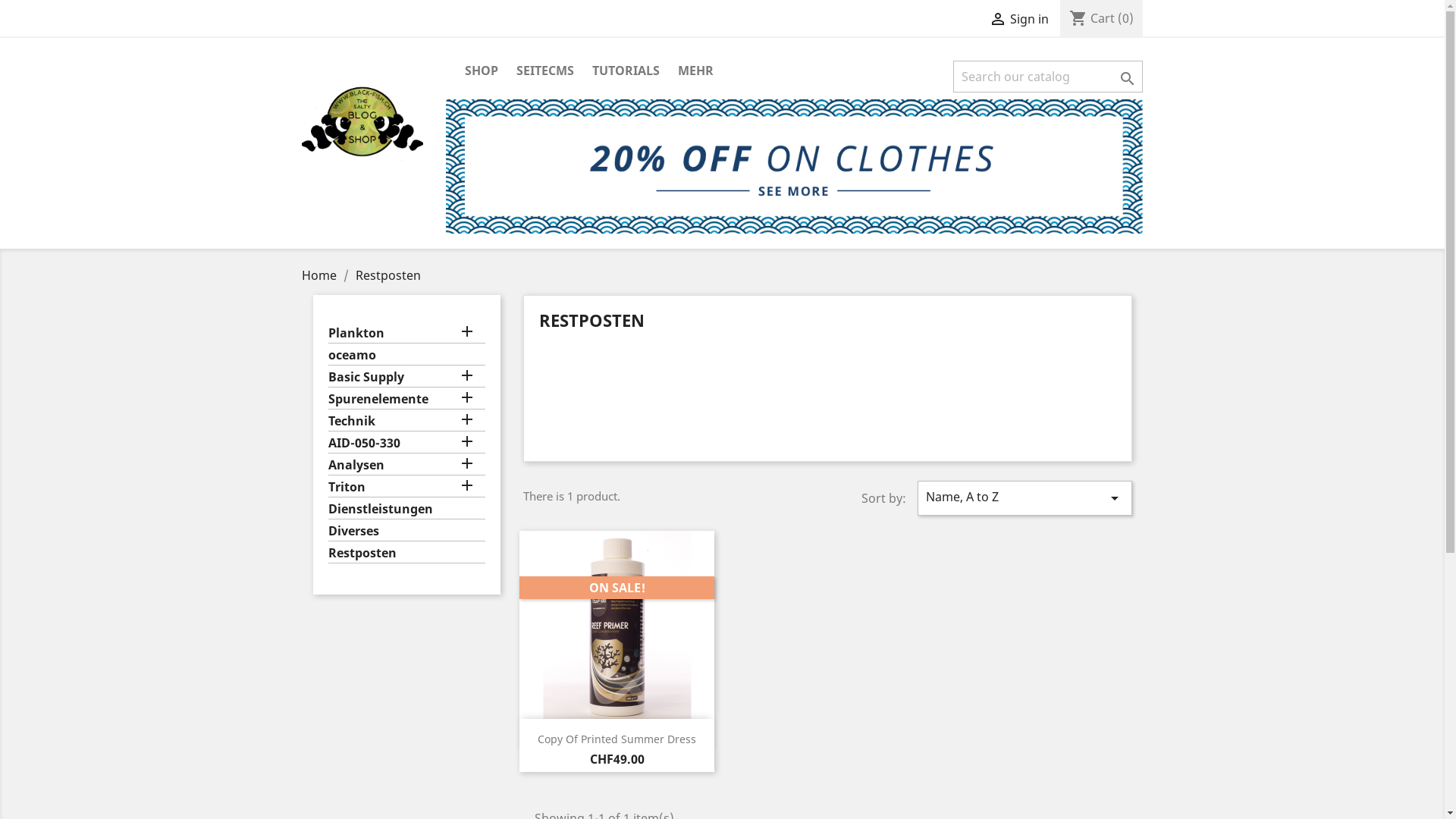  Describe the element at coordinates (406, 465) in the screenshot. I see `'Analysen'` at that location.